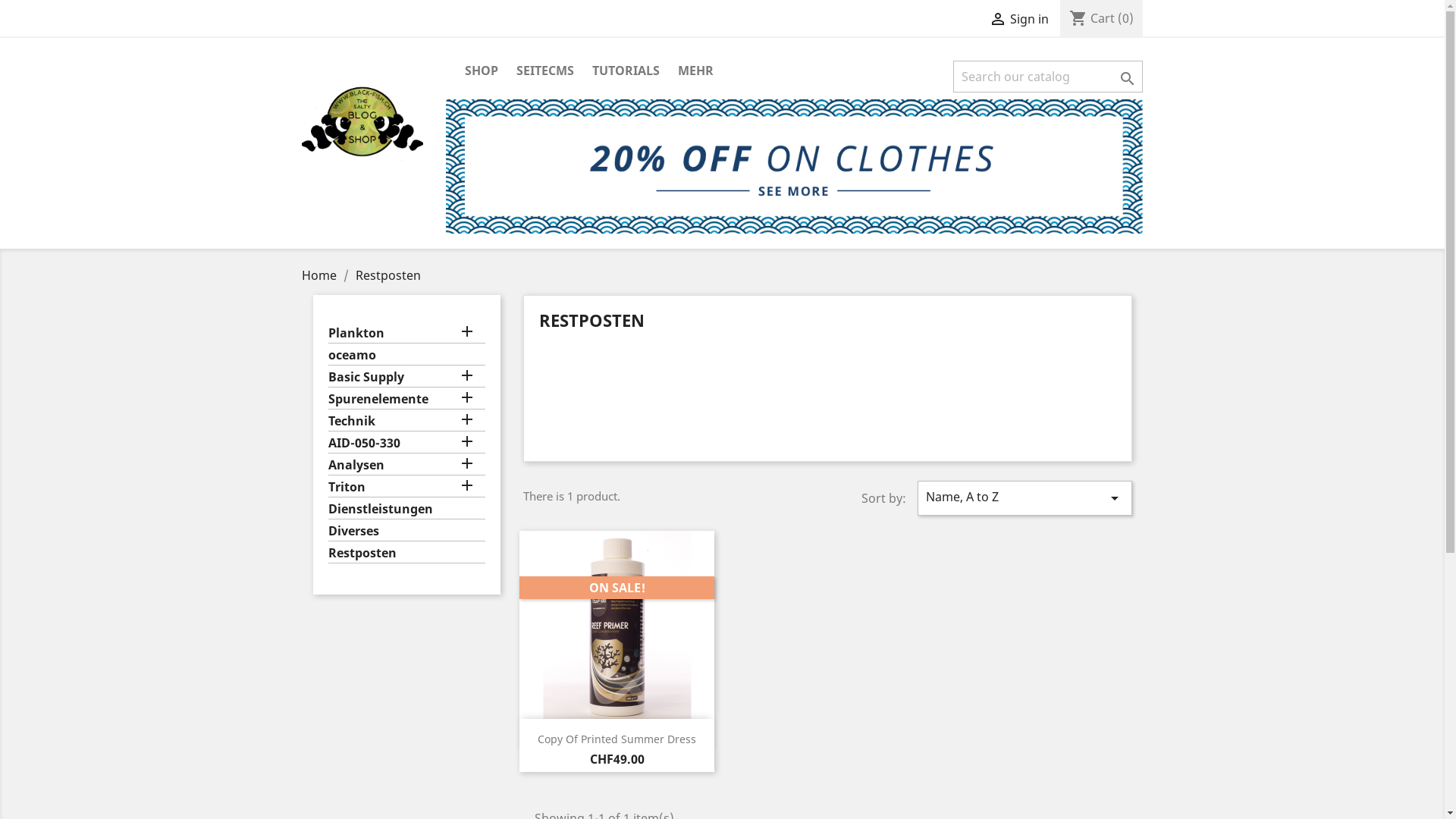  Describe the element at coordinates (406, 465) in the screenshot. I see `'Analysen'` at that location.